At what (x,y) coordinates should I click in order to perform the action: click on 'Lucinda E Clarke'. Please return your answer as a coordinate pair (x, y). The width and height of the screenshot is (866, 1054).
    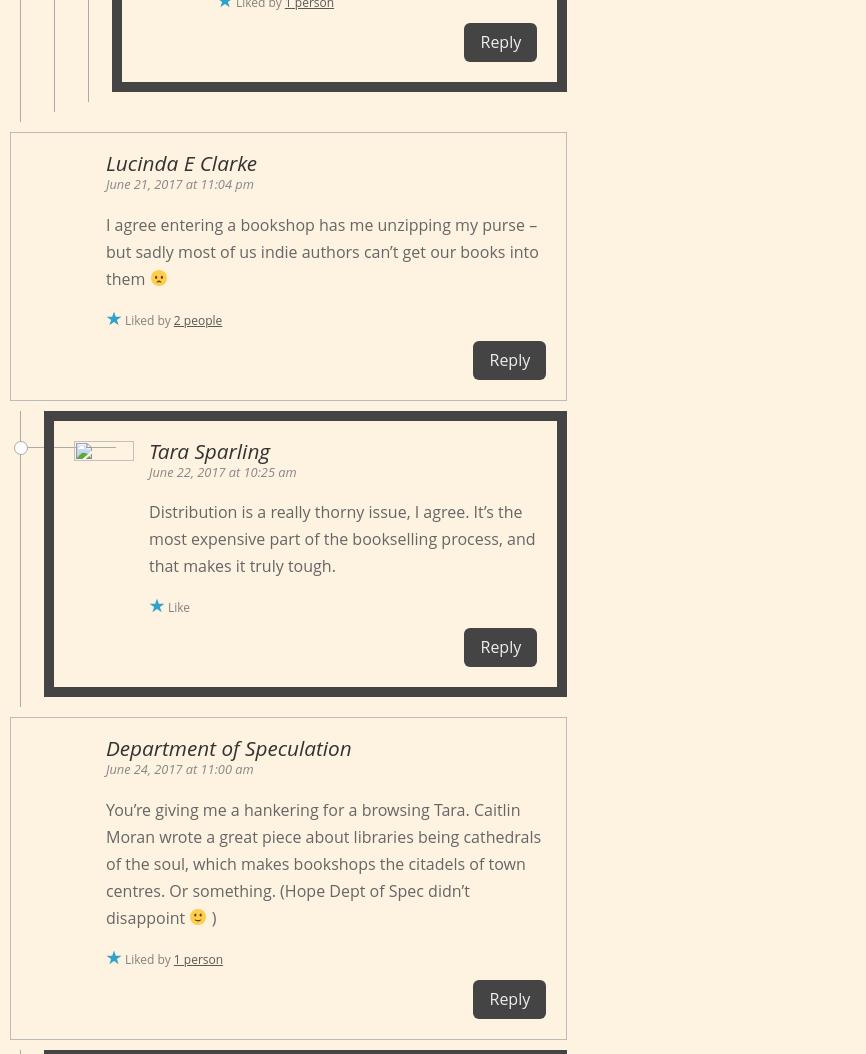
    Looking at the image, I should click on (181, 161).